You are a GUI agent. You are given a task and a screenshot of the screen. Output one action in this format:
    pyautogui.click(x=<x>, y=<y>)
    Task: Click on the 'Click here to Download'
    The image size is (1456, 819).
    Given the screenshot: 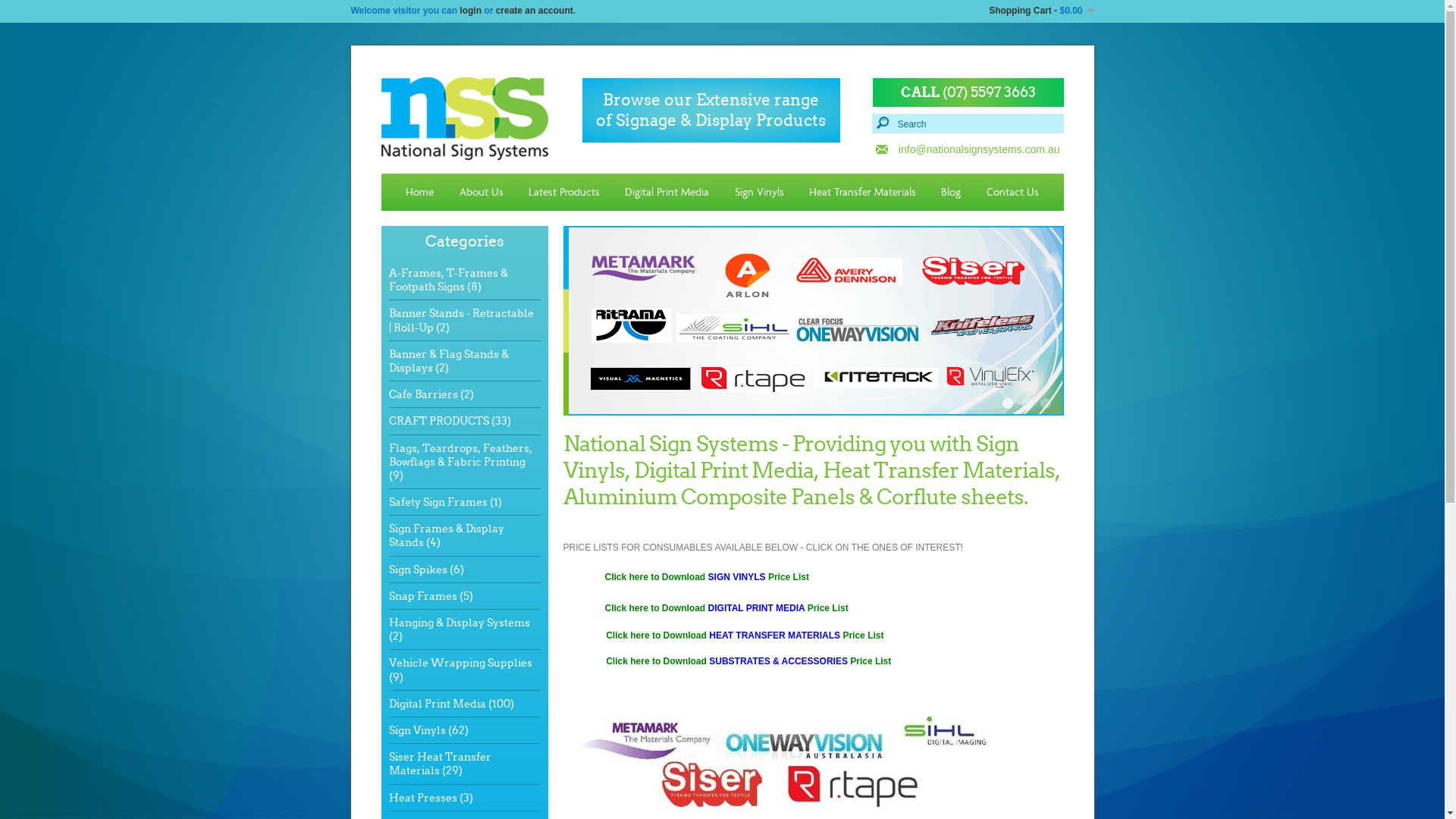 What is the action you would take?
    pyautogui.click(x=656, y=576)
    